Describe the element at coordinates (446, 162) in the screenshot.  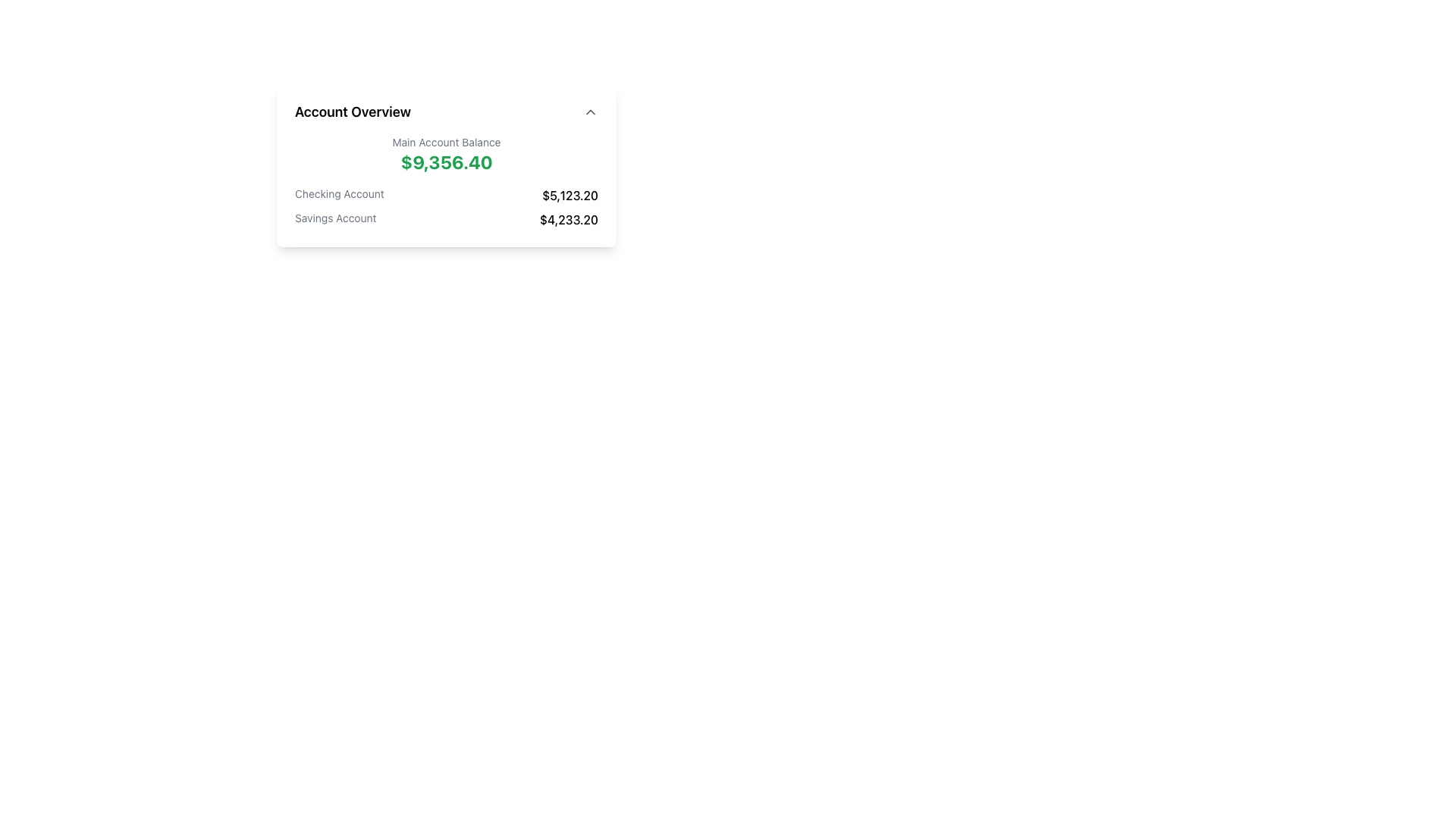
I see `the prominently styled text displaying the value '$9,356.40', which is green, bold, and larger in size, located under the 'Main Account Balance' label in the 'Account Overview' section` at that location.